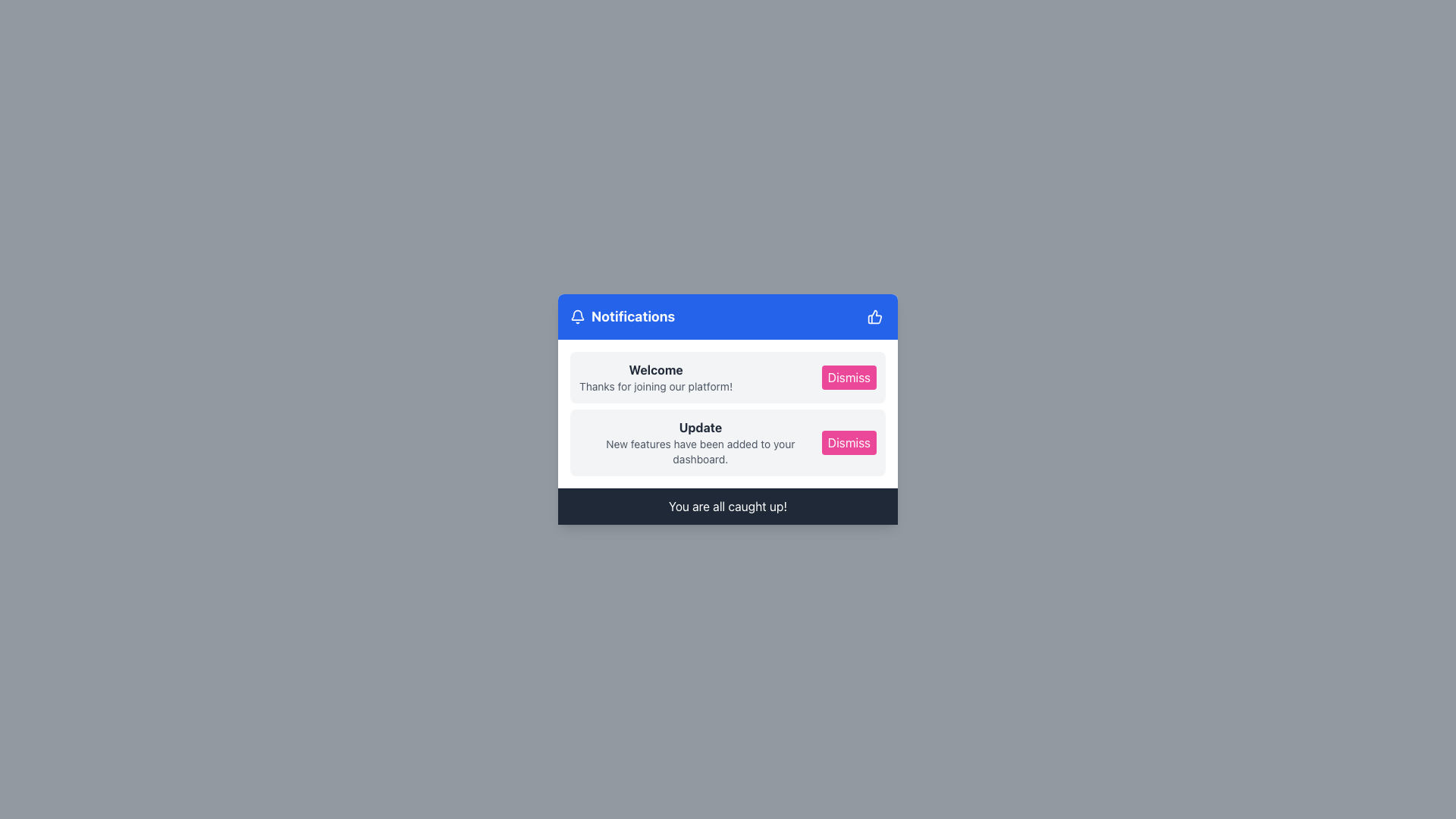  Describe the element at coordinates (656, 385) in the screenshot. I see `the text block that says 'Thanks for joining our platform!' which is located beneath the bold 'Welcome' text in the notification card` at that location.